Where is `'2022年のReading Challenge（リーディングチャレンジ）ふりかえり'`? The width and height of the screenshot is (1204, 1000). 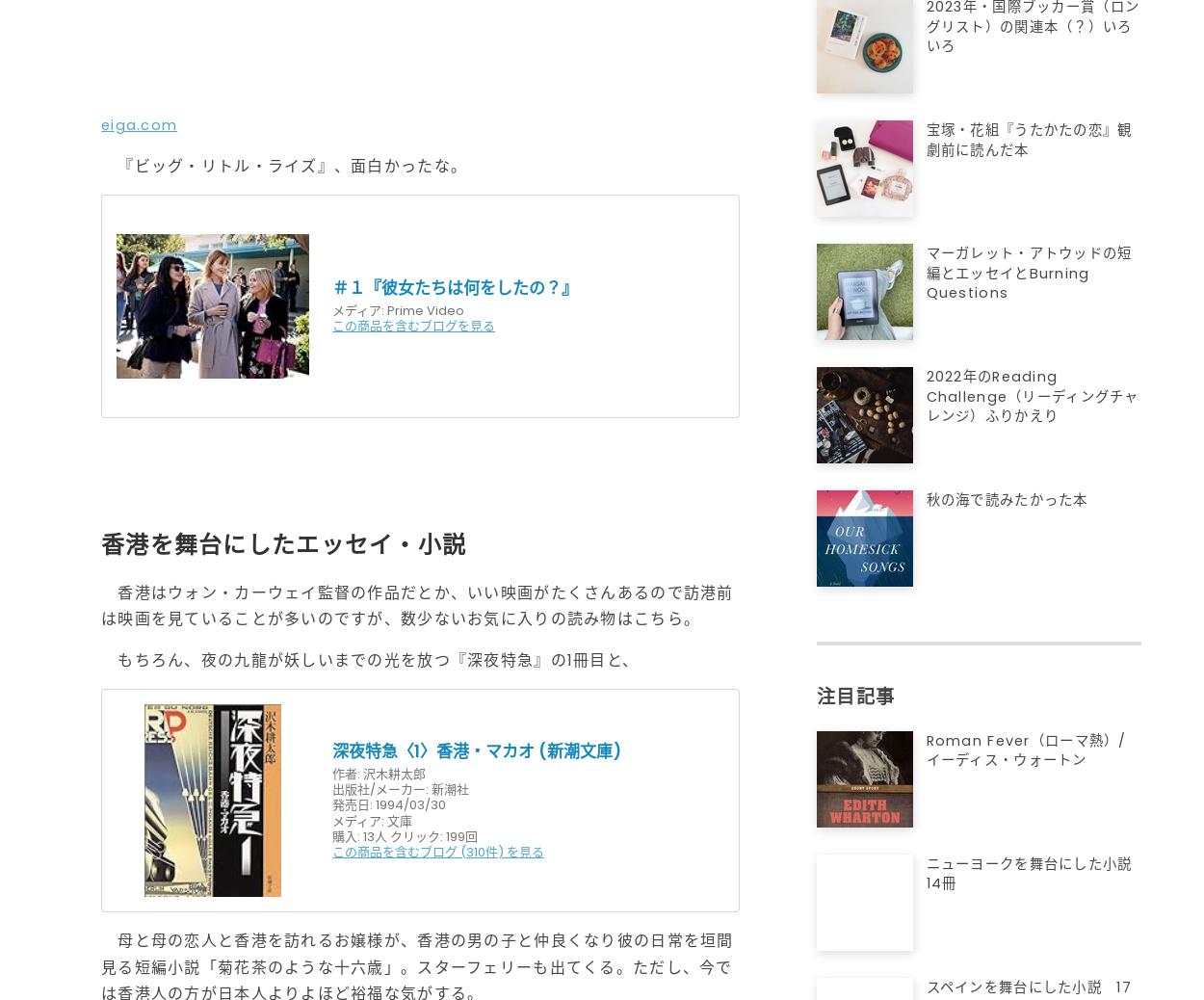
'2022年のReading Challenge（リーディングチャレンジ）ふりかえり' is located at coordinates (1032, 398).